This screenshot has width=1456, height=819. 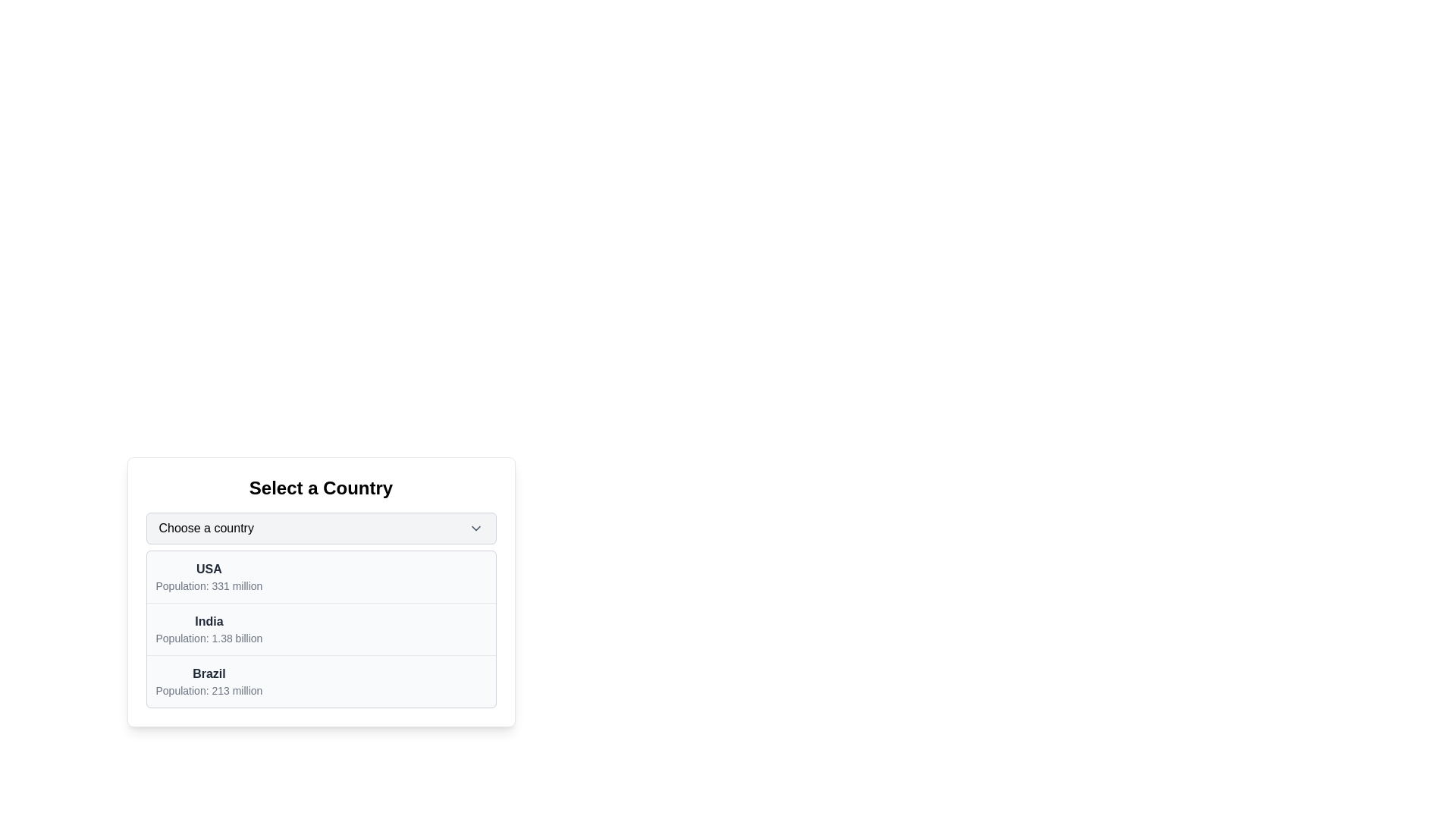 I want to click on the selectable list item labeled 'India' which displays 'Population: 1.38 billion' in a dropdown menu of country entries, so click(x=208, y=629).